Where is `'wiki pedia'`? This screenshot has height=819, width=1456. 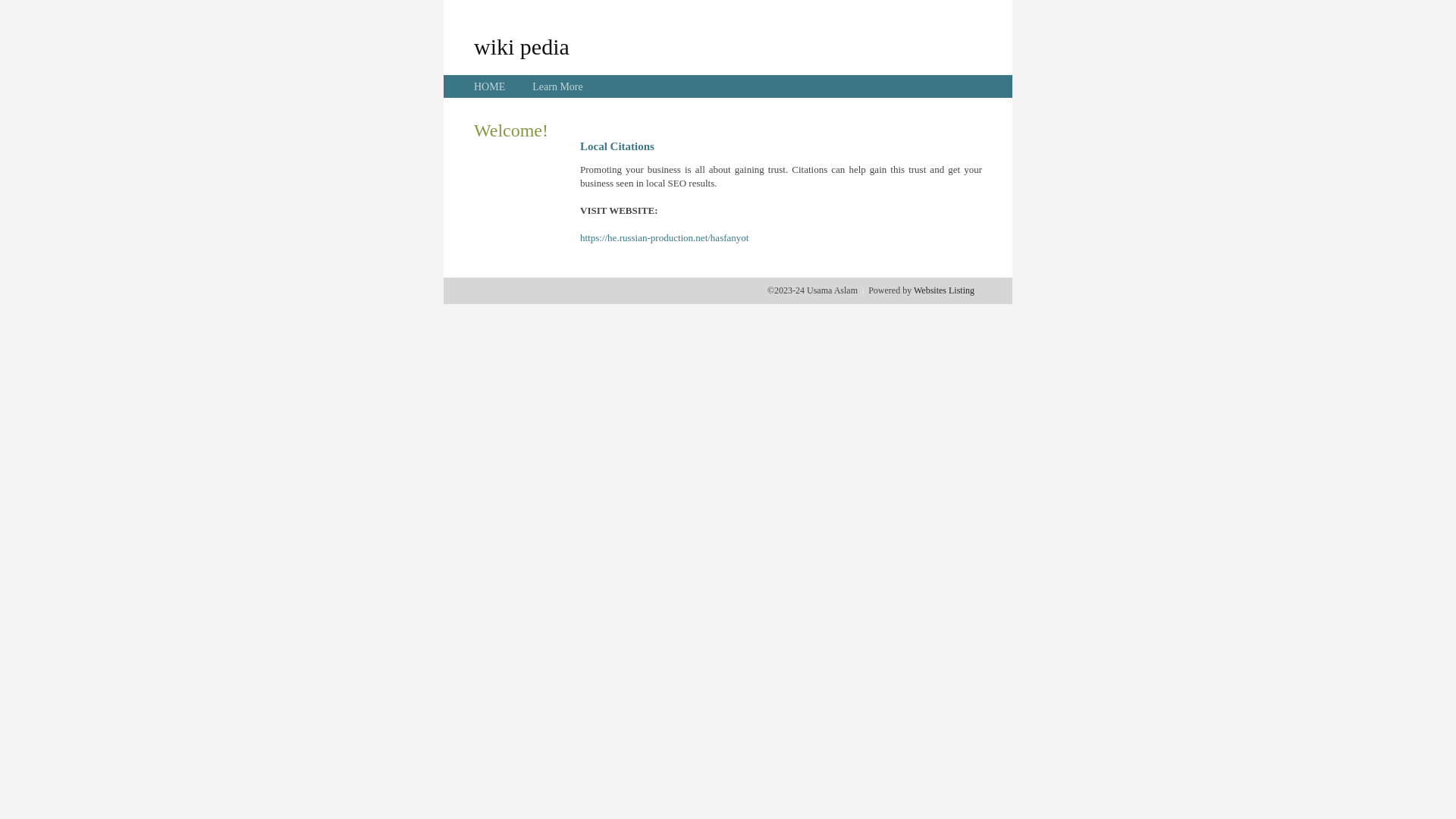 'wiki pedia' is located at coordinates (521, 45).